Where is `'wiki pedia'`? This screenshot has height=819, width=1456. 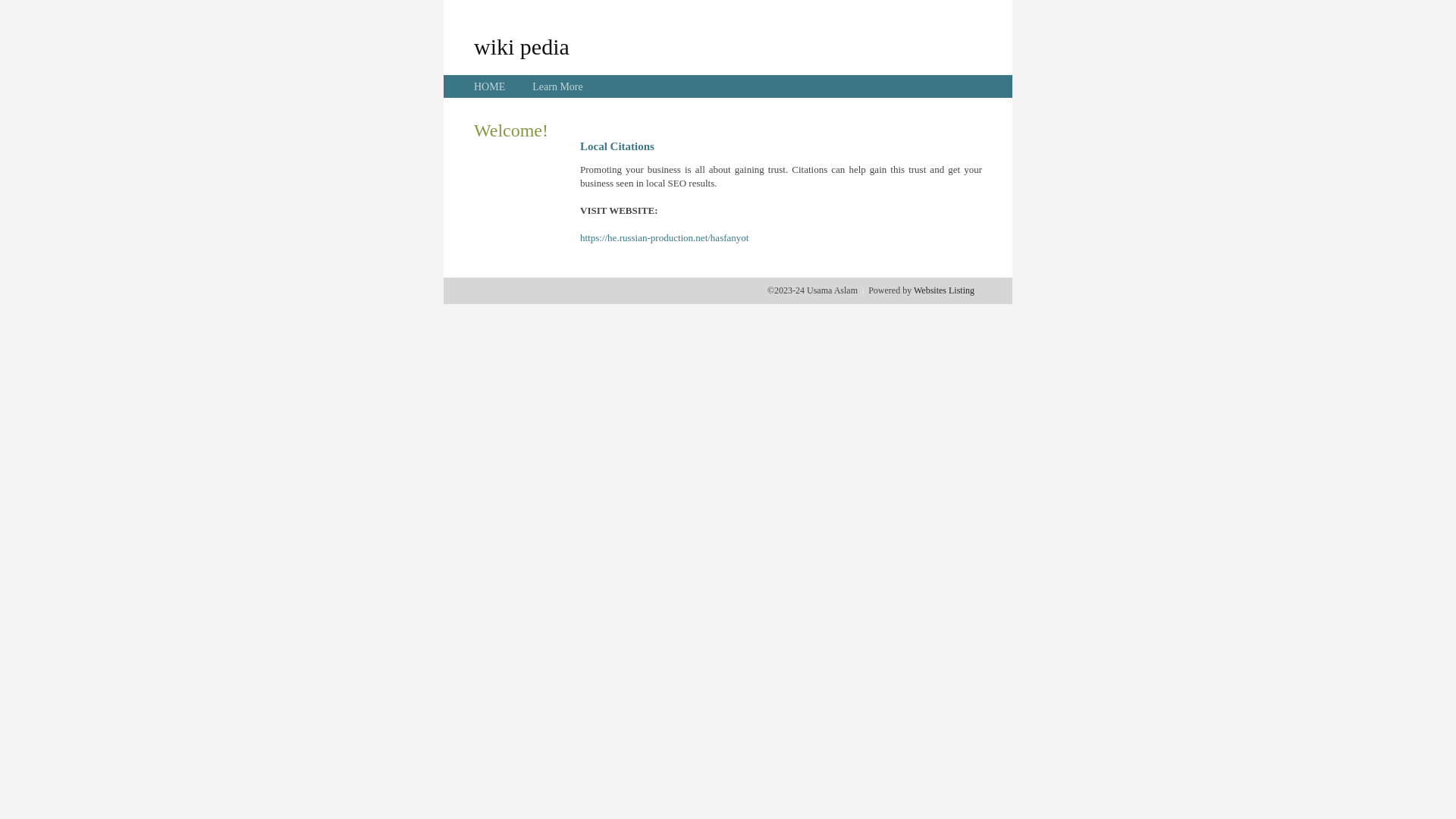 'wiki pedia' is located at coordinates (521, 45).